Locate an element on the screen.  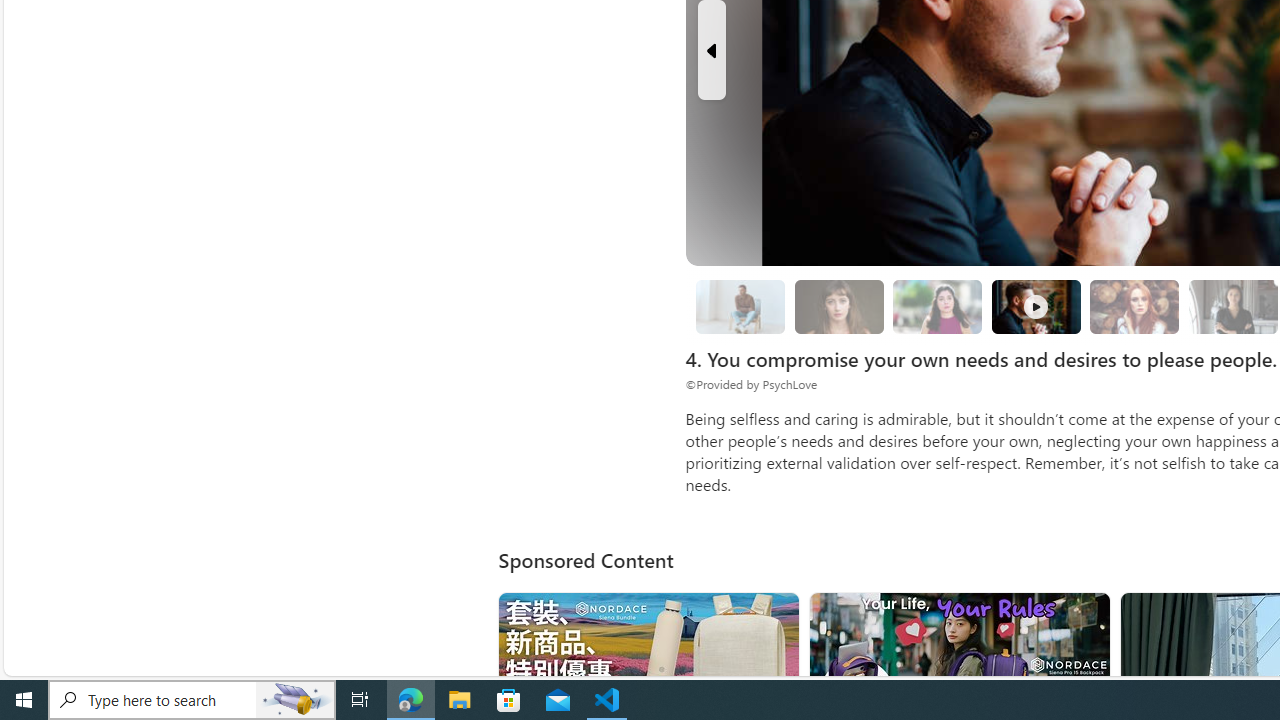
'8. Surround yourself with solution-oriented people.' is located at coordinates (1231, 307).